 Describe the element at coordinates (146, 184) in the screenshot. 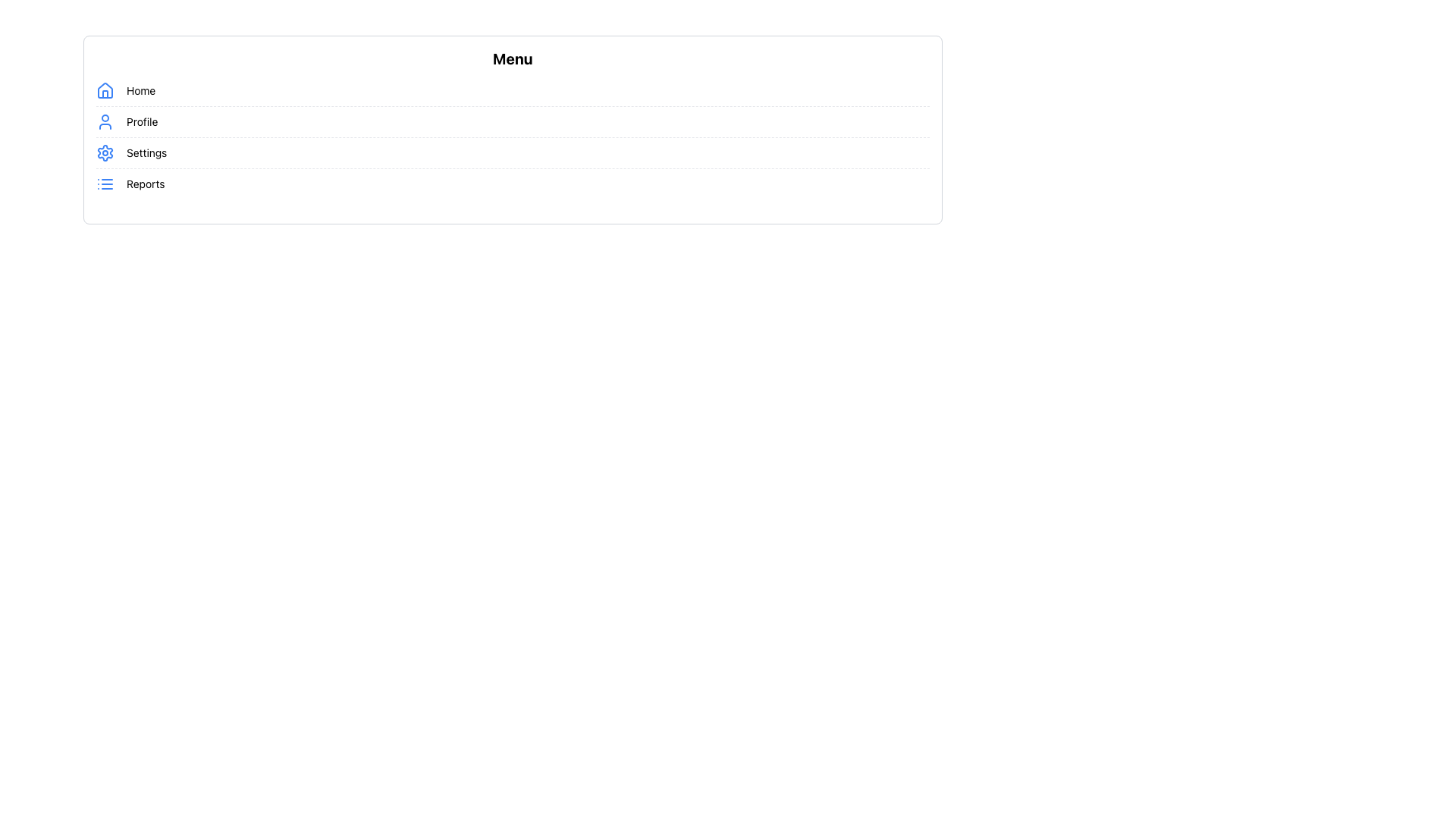

I see `the 'Reports' text label in the vertical menu list` at that location.